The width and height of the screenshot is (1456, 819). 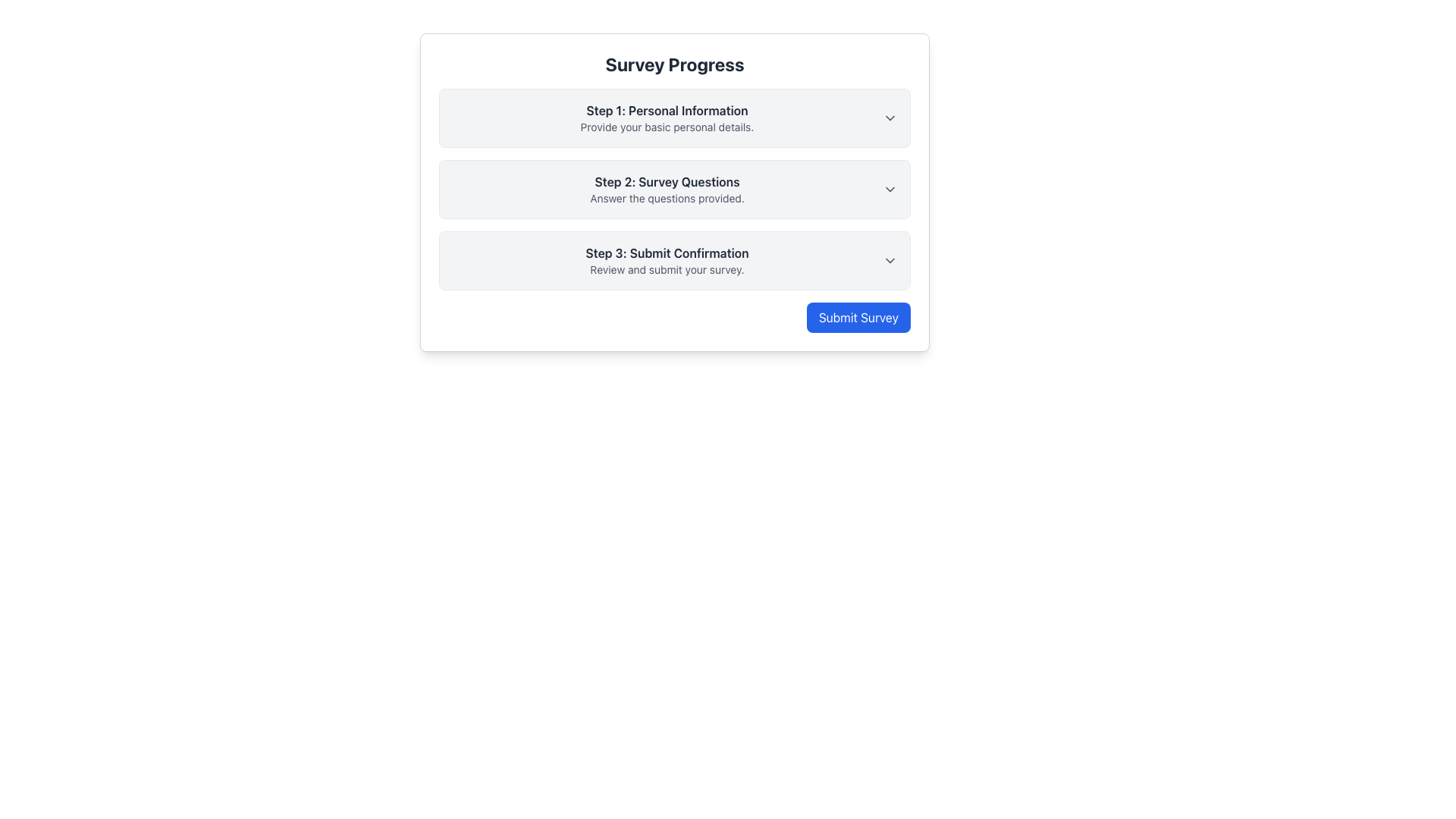 I want to click on the Collapsible section header for 'Survey Questions', which is the second item in the survey progress form, so click(x=673, y=189).